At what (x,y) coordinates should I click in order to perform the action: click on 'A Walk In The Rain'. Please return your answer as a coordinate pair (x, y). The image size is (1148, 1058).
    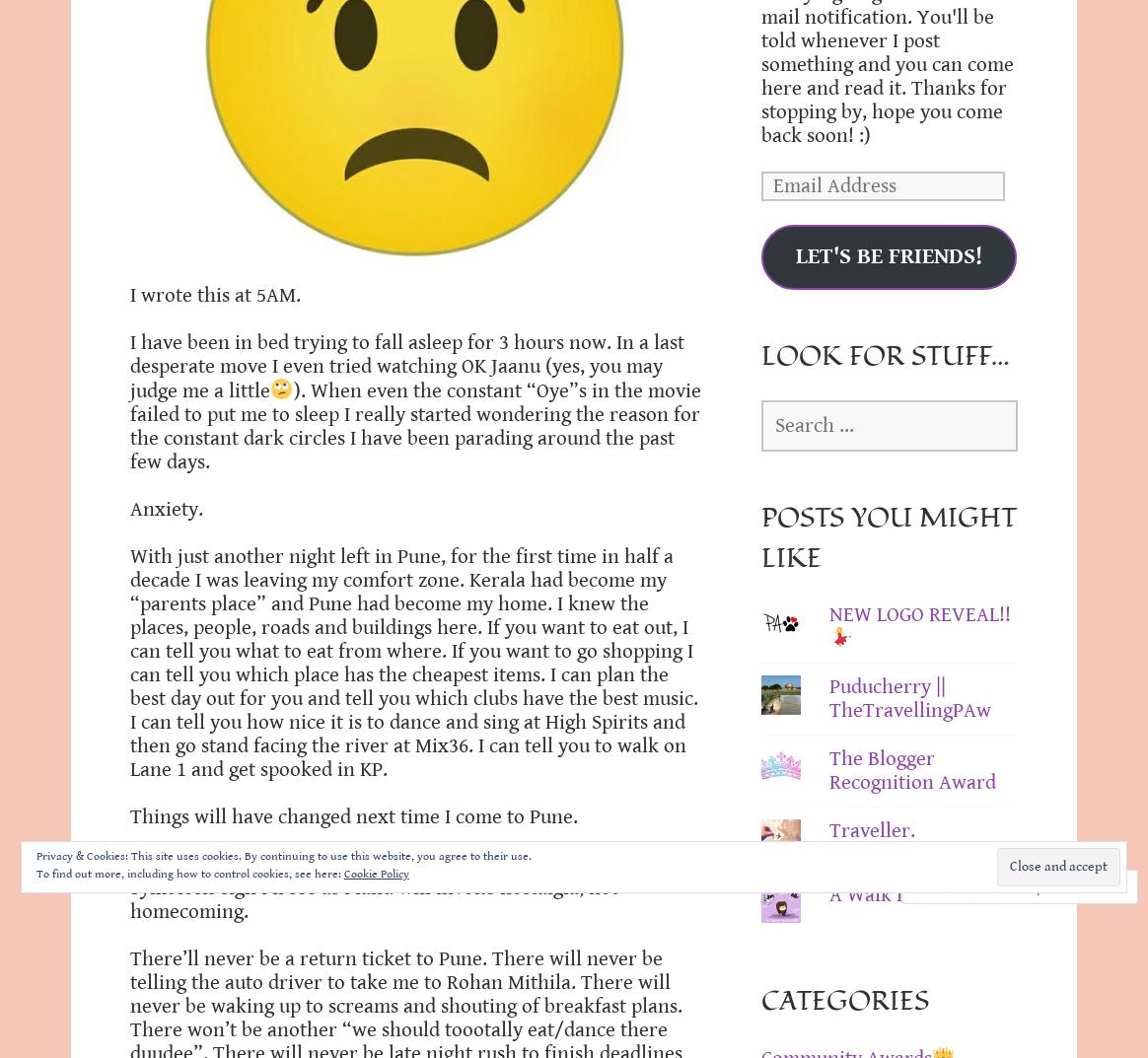
    Looking at the image, I should click on (827, 894).